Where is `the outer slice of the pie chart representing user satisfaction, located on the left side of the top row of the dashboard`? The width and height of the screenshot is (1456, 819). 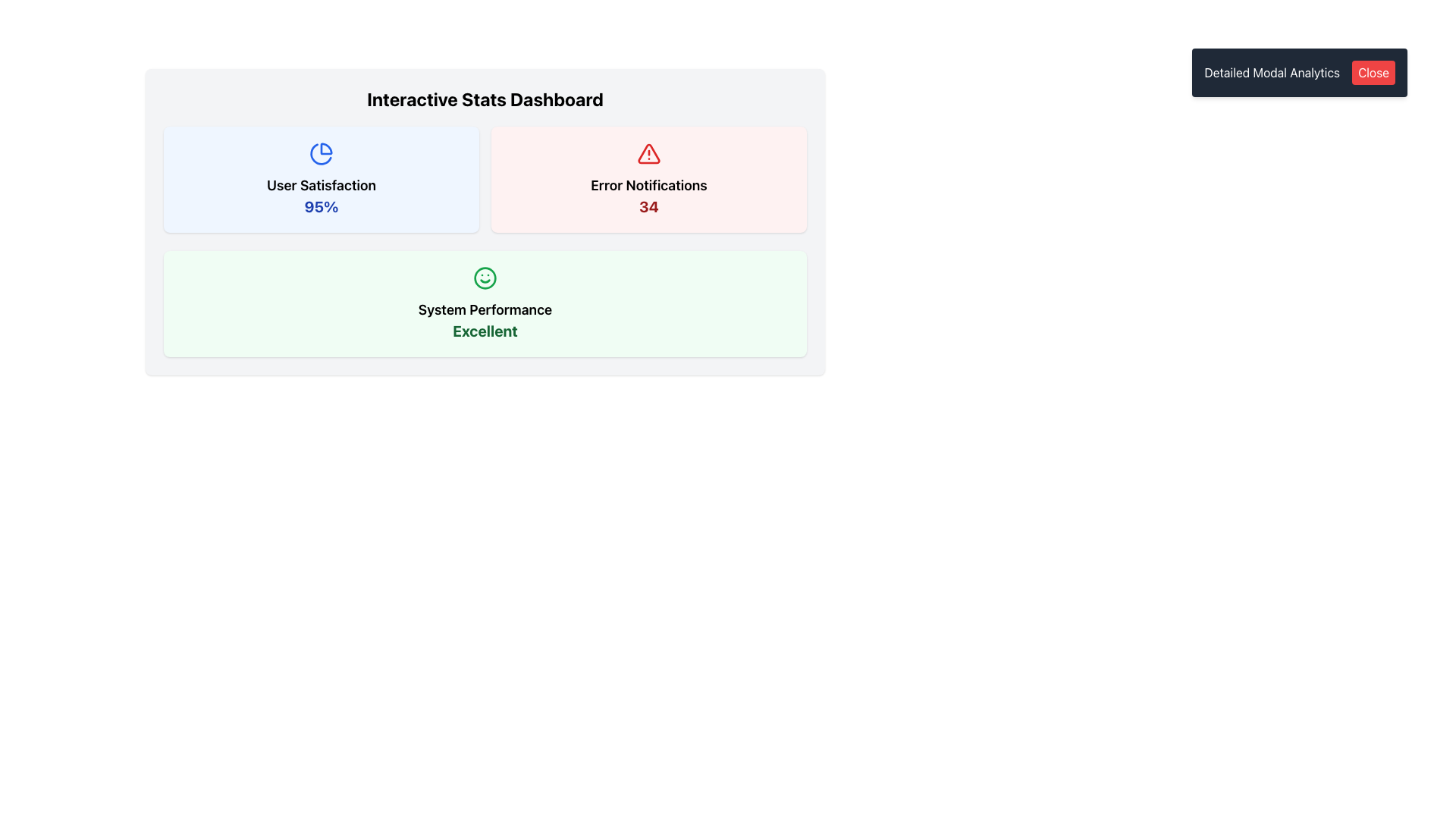
the outer slice of the pie chart representing user satisfaction, located on the left side of the top row of the dashboard is located at coordinates (325, 149).